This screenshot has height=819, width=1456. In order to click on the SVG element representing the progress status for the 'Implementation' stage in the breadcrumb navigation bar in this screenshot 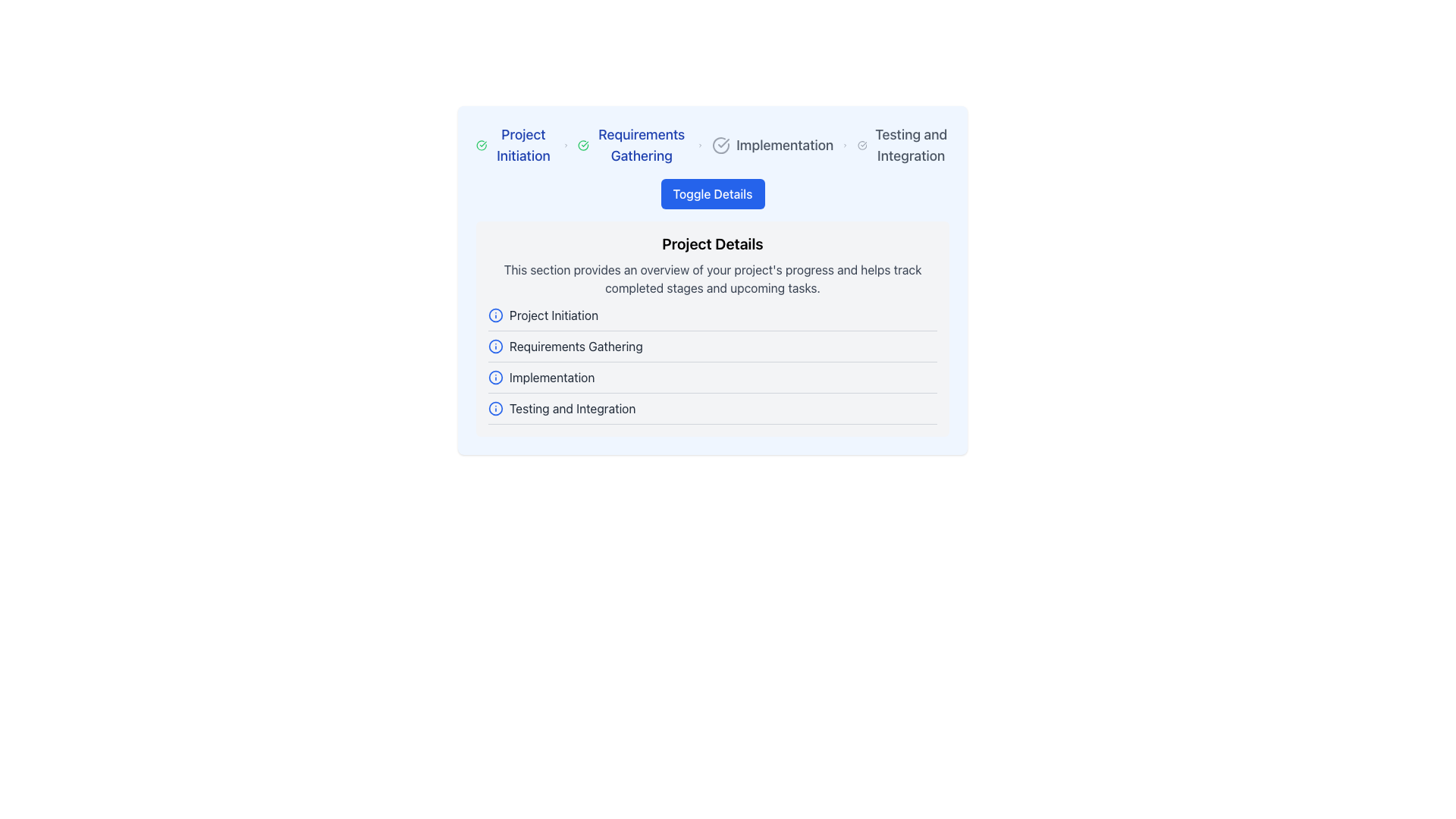, I will do `click(720, 146)`.